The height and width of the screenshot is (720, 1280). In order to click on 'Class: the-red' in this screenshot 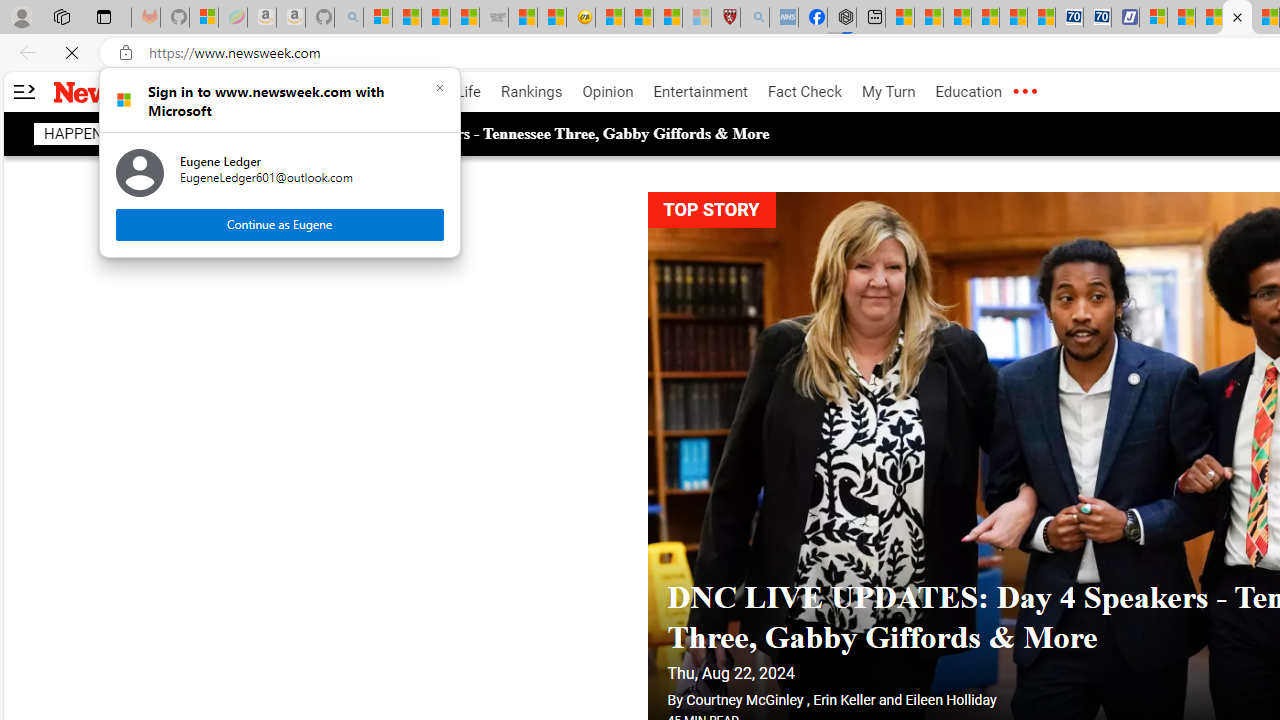, I will do `click(1024, 92)`.